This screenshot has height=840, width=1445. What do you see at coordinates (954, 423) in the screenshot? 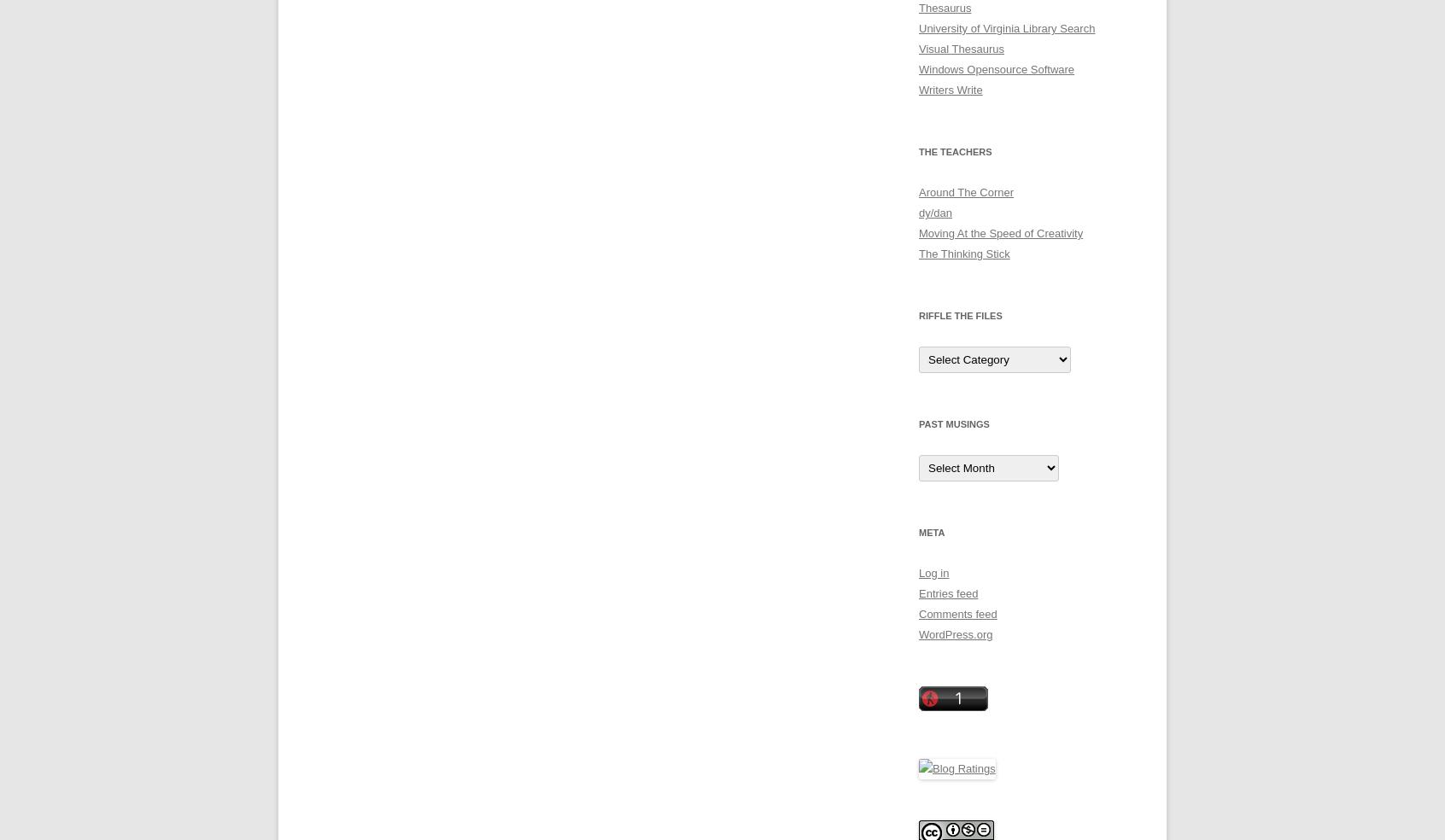
I see `'Past Musings'` at bounding box center [954, 423].